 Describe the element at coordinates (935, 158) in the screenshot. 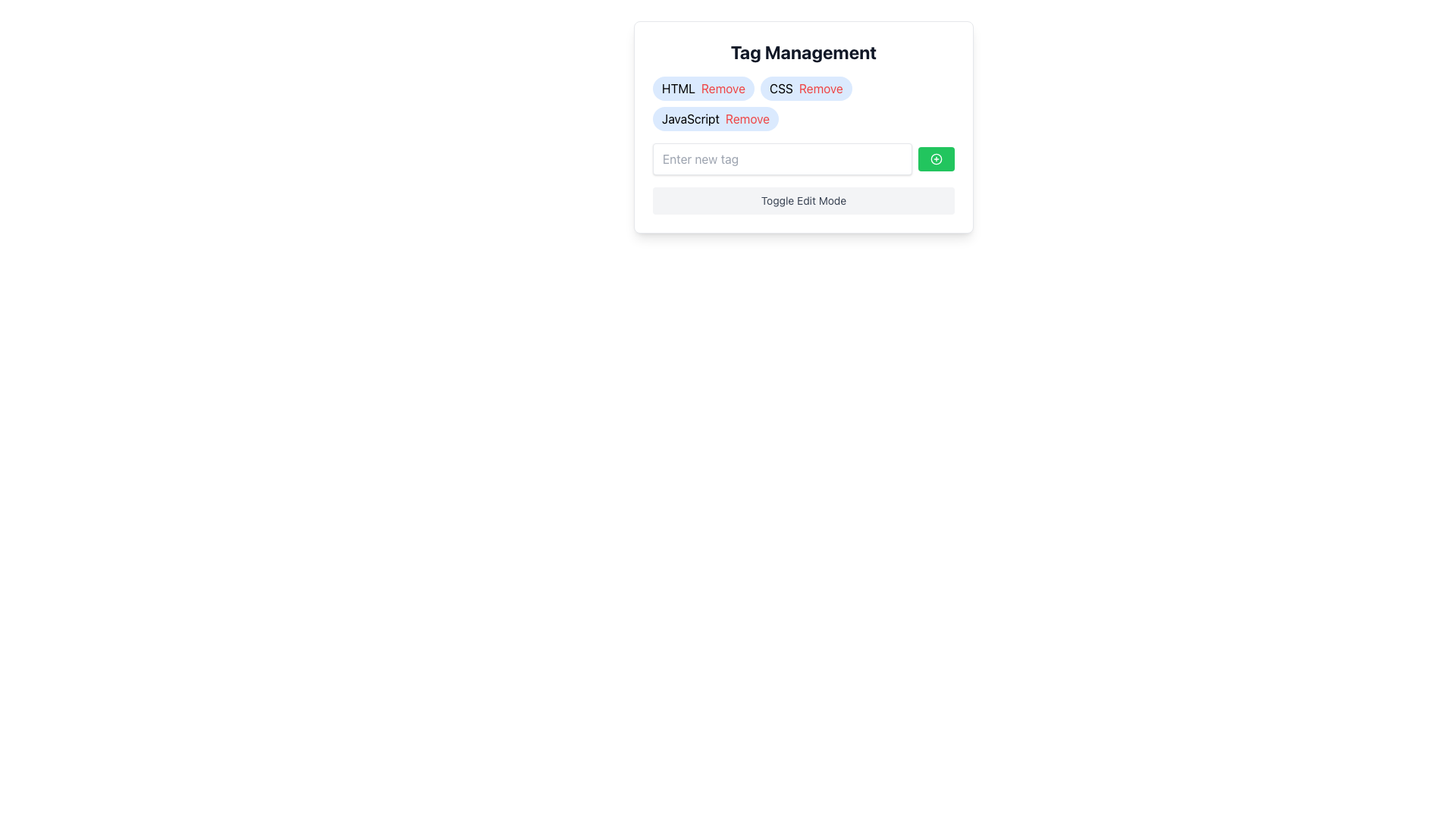

I see `the 'Add Tag' button located to the right of the 'Enter new tag' text input field in the 'Tag Management' interface` at that location.